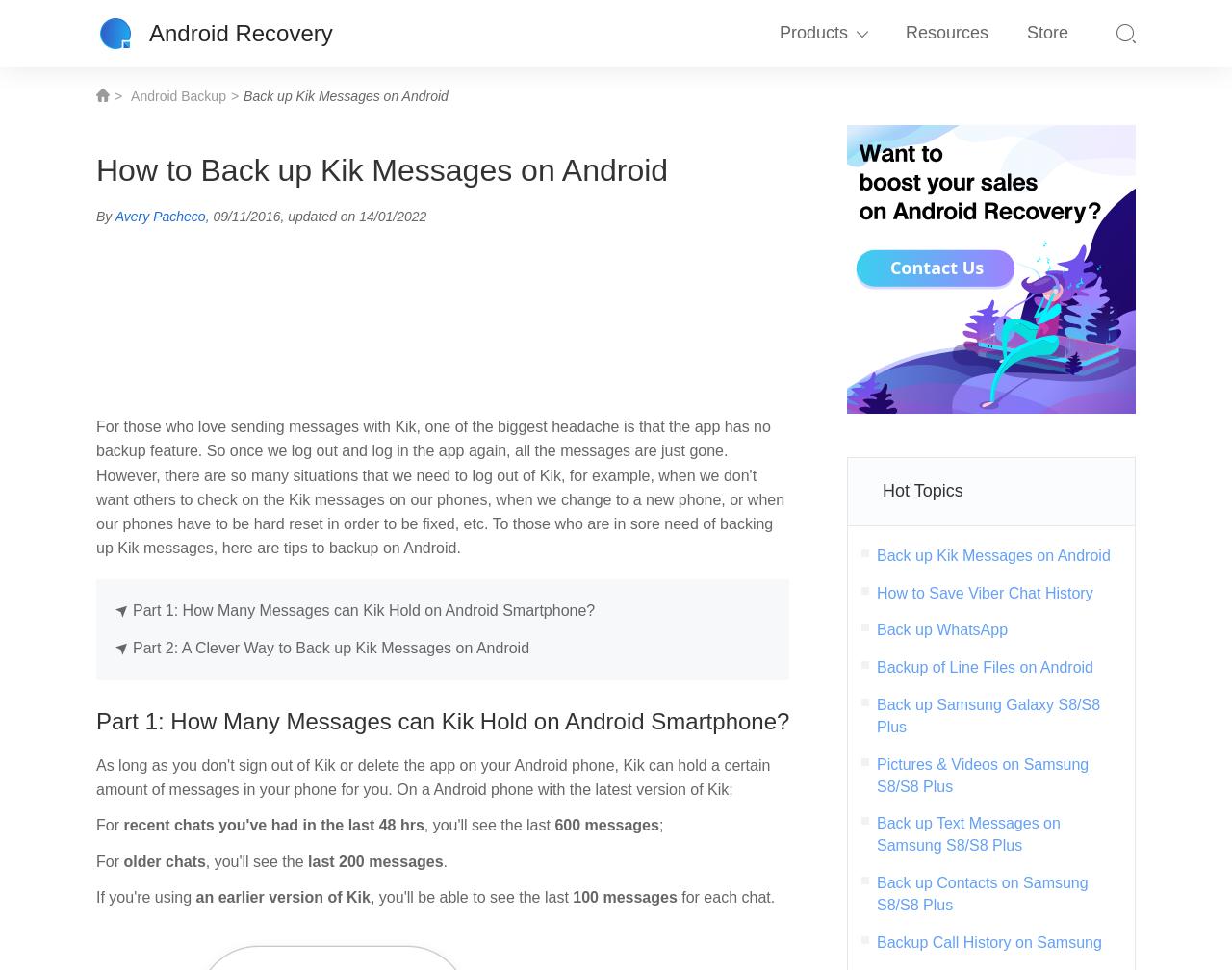  What do you see at coordinates (519, 272) in the screenshot?
I see `'Broken
Android Data Extraction'` at bounding box center [519, 272].